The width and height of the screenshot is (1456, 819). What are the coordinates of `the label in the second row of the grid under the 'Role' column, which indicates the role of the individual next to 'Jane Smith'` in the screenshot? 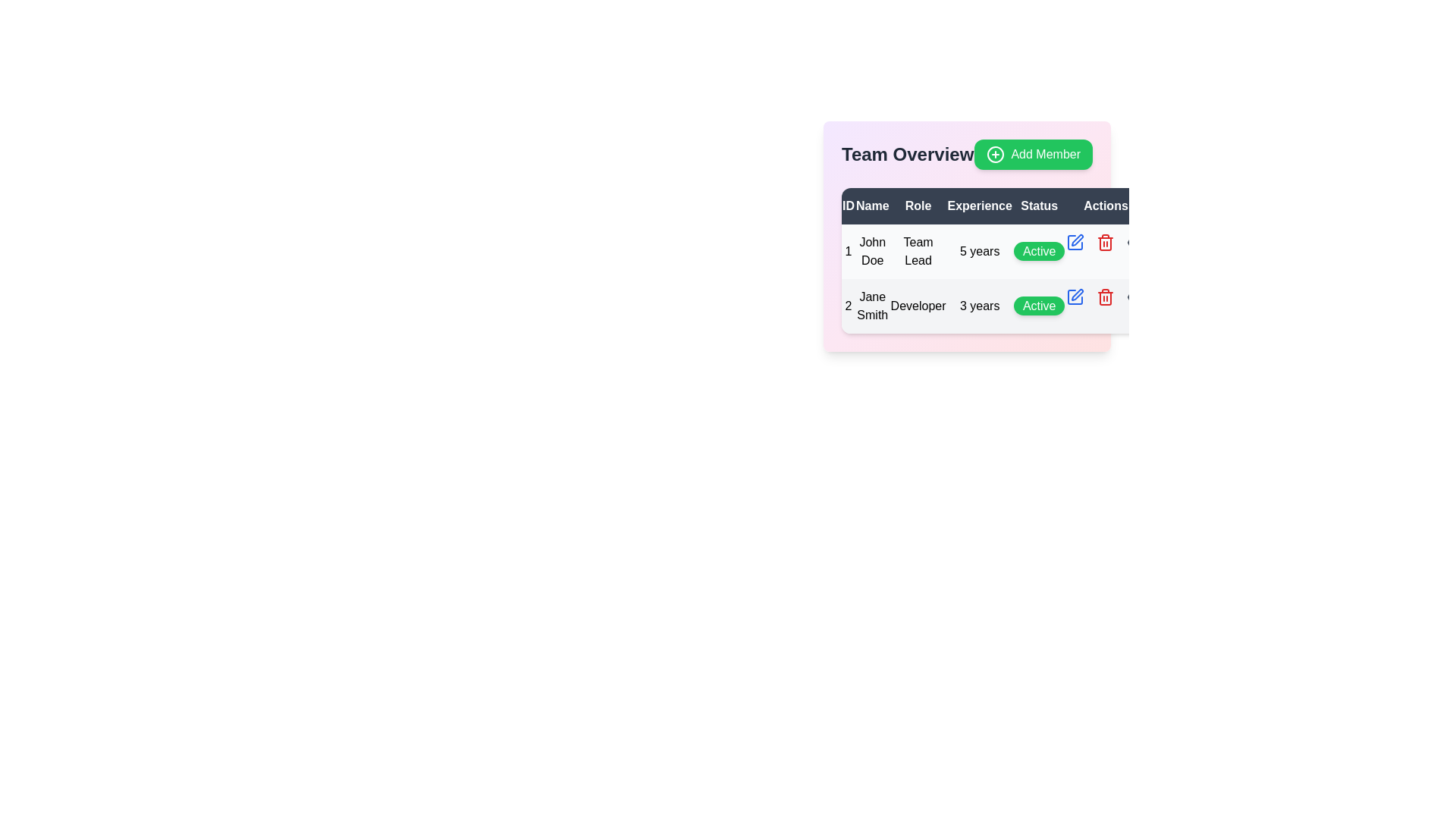 It's located at (918, 306).